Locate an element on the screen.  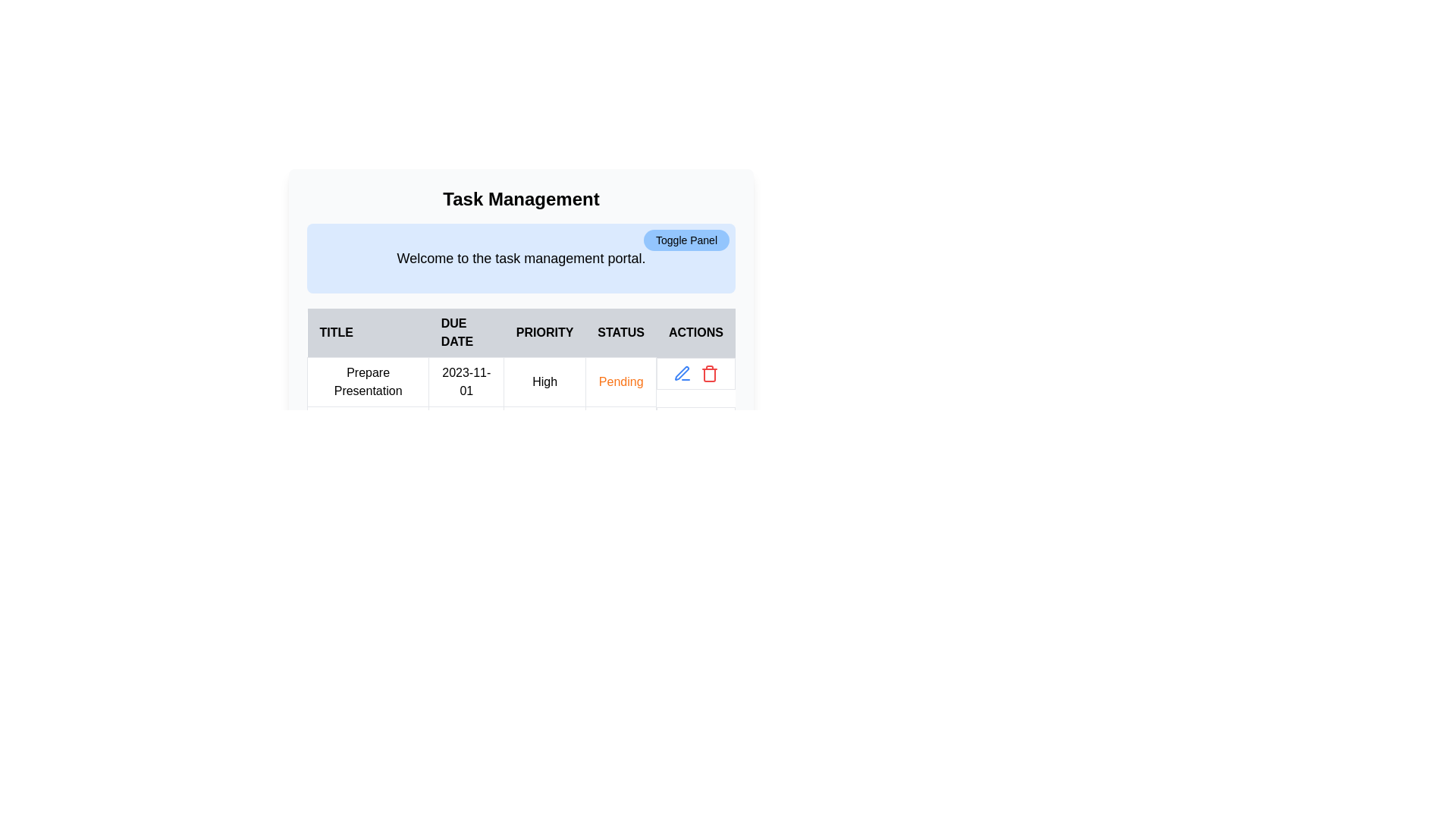
the text label displaying 'Prepare Presentation', which is a horizontally centered text block within the first column of a table under the 'TITLE' header is located at coordinates (368, 381).